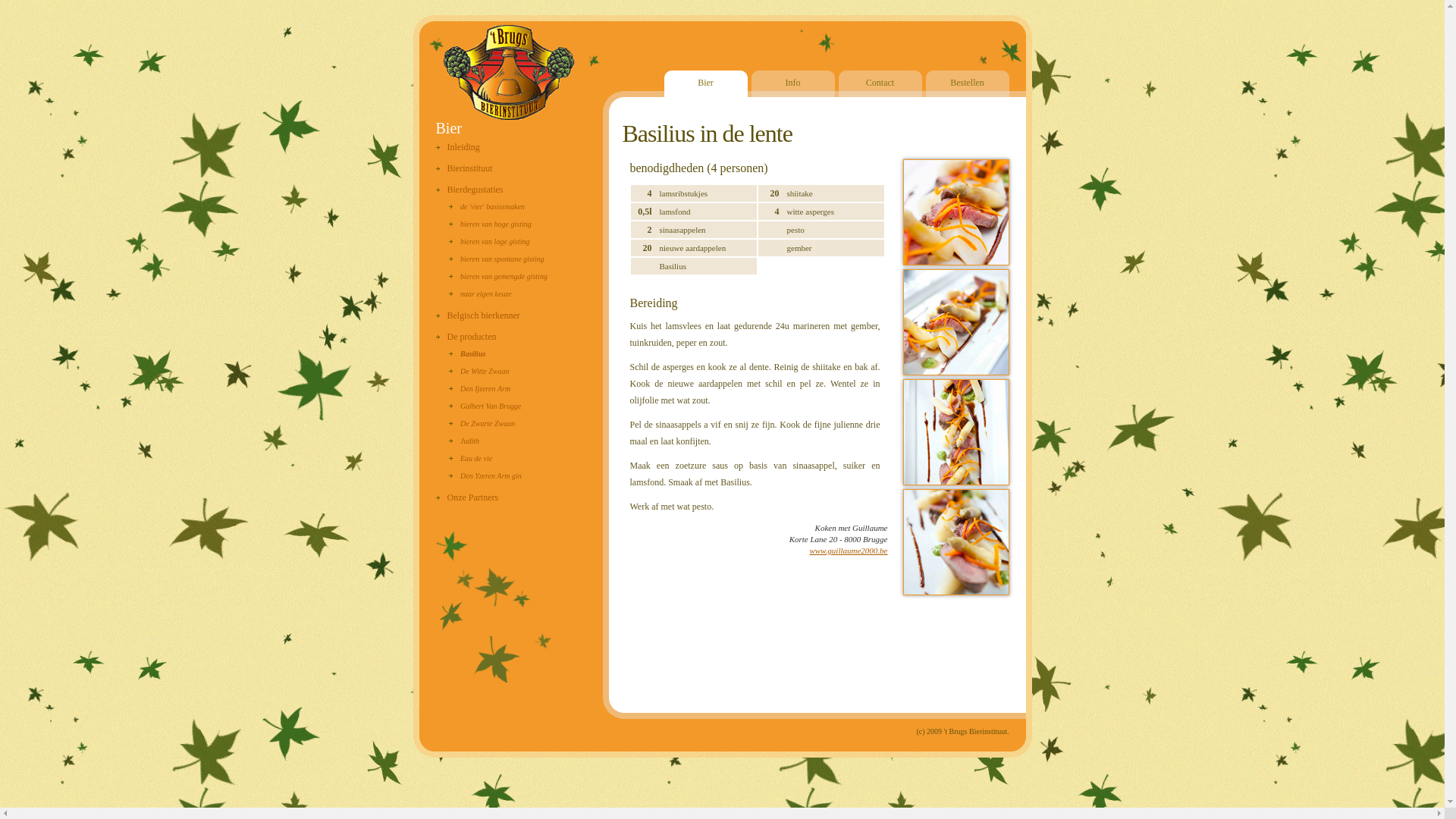  Describe the element at coordinates (447, 293) in the screenshot. I see `'naar eigen keuze'` at that location.